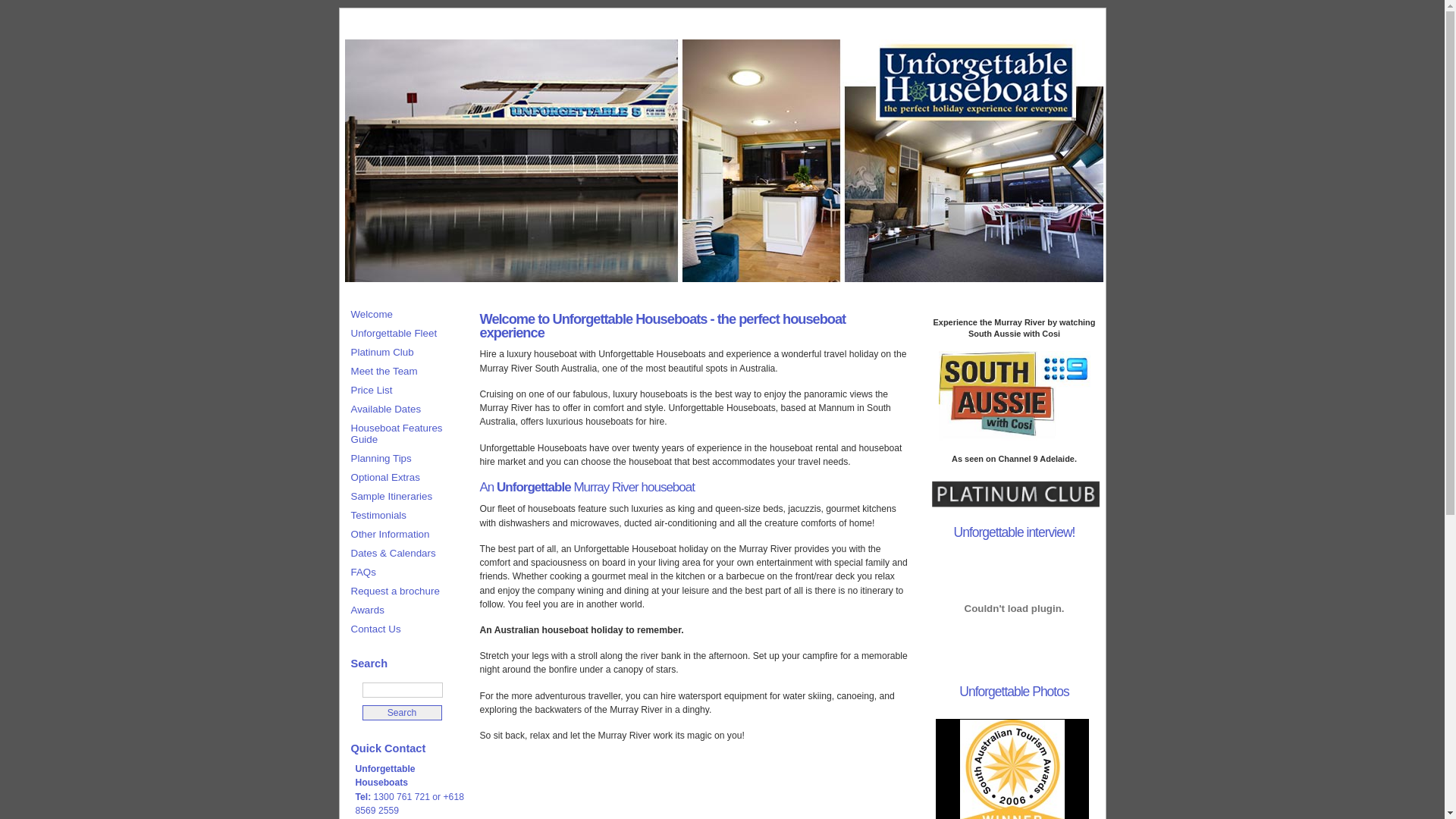 The width and height of the screenshot is (1456, 819). What do you see at coordinates (405, 590) in the screenshot?
I see `'Request a brochure'` at bounding box center [405, 590].